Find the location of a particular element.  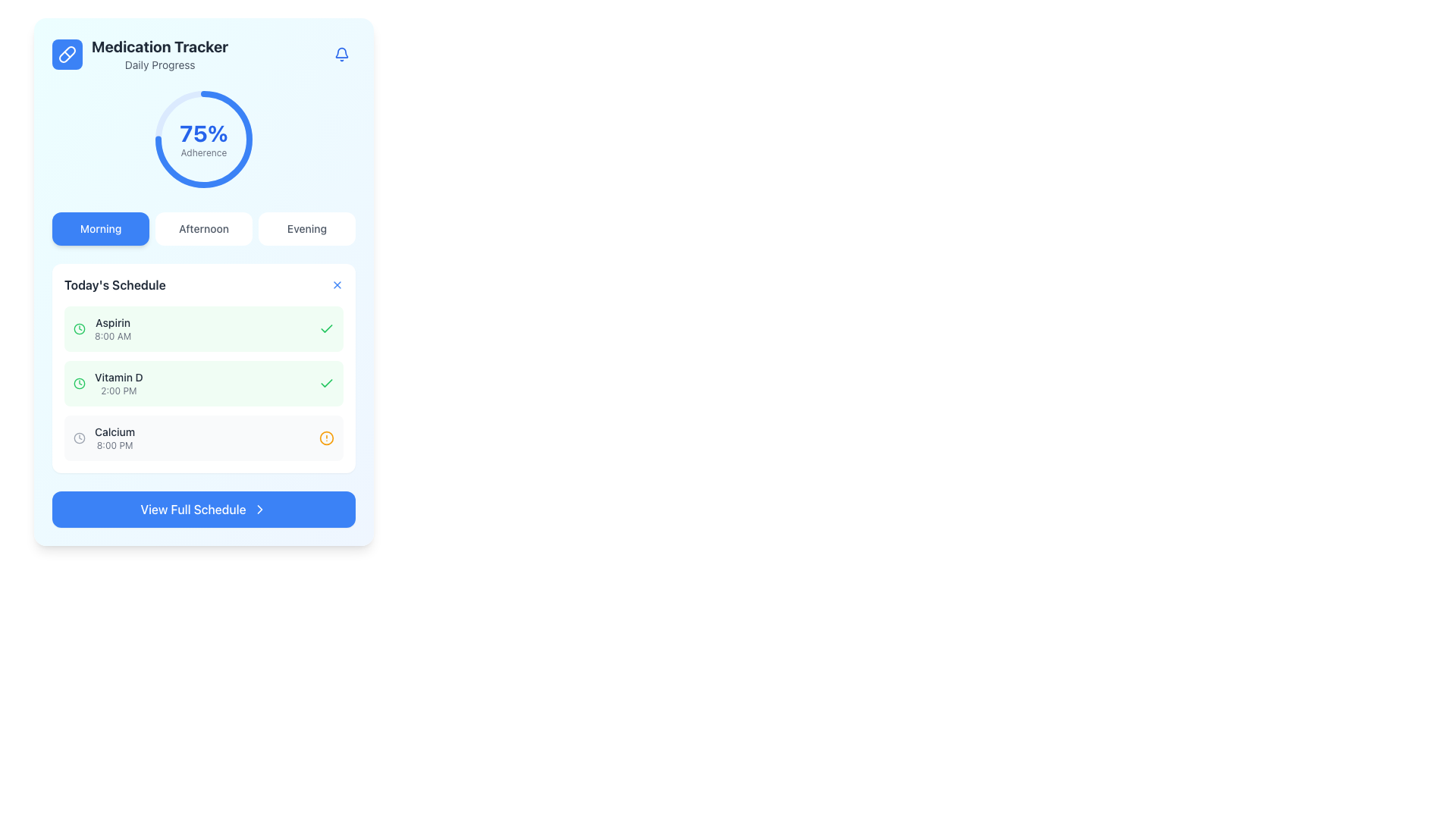

the small circular clock icon with a green outline and a white background, positioned to the left of the text 'Vitamin D 2:00 PM' in the second row of the schedule list is located at coordinates (79, 382).